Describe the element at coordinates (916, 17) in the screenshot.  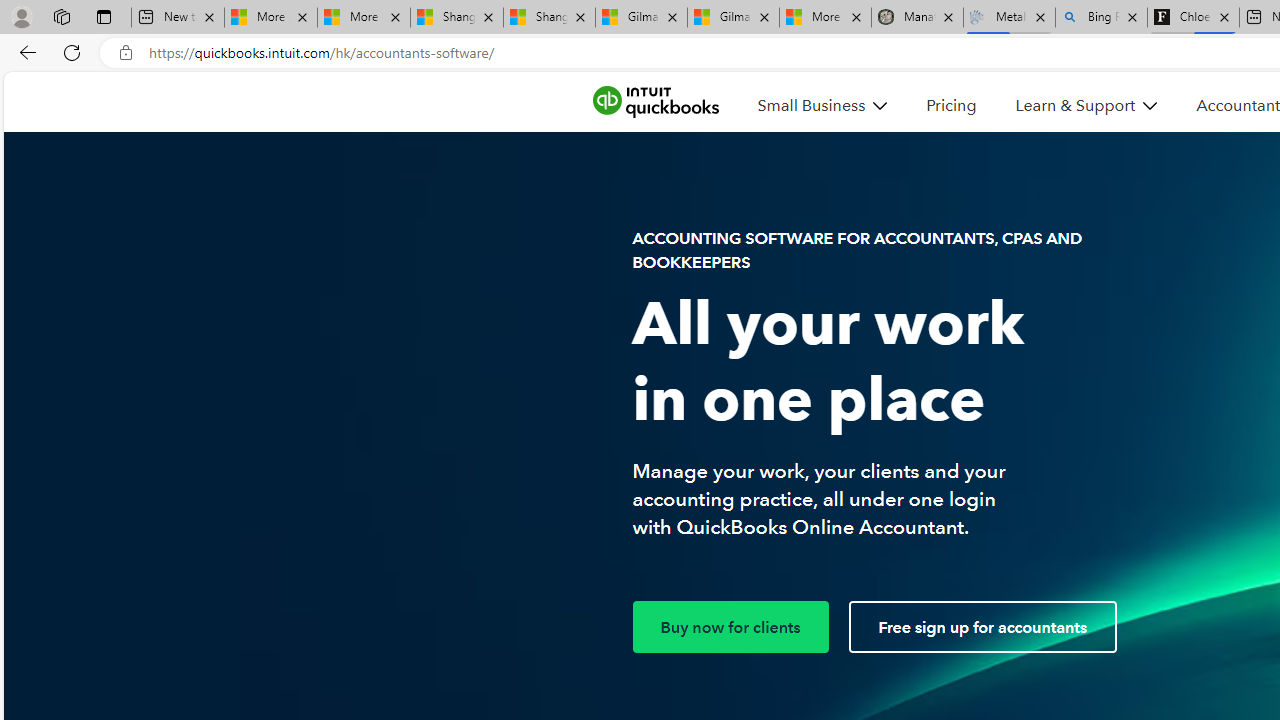
I see `'Manatee Mortality Statistics | FWC'` at that location.